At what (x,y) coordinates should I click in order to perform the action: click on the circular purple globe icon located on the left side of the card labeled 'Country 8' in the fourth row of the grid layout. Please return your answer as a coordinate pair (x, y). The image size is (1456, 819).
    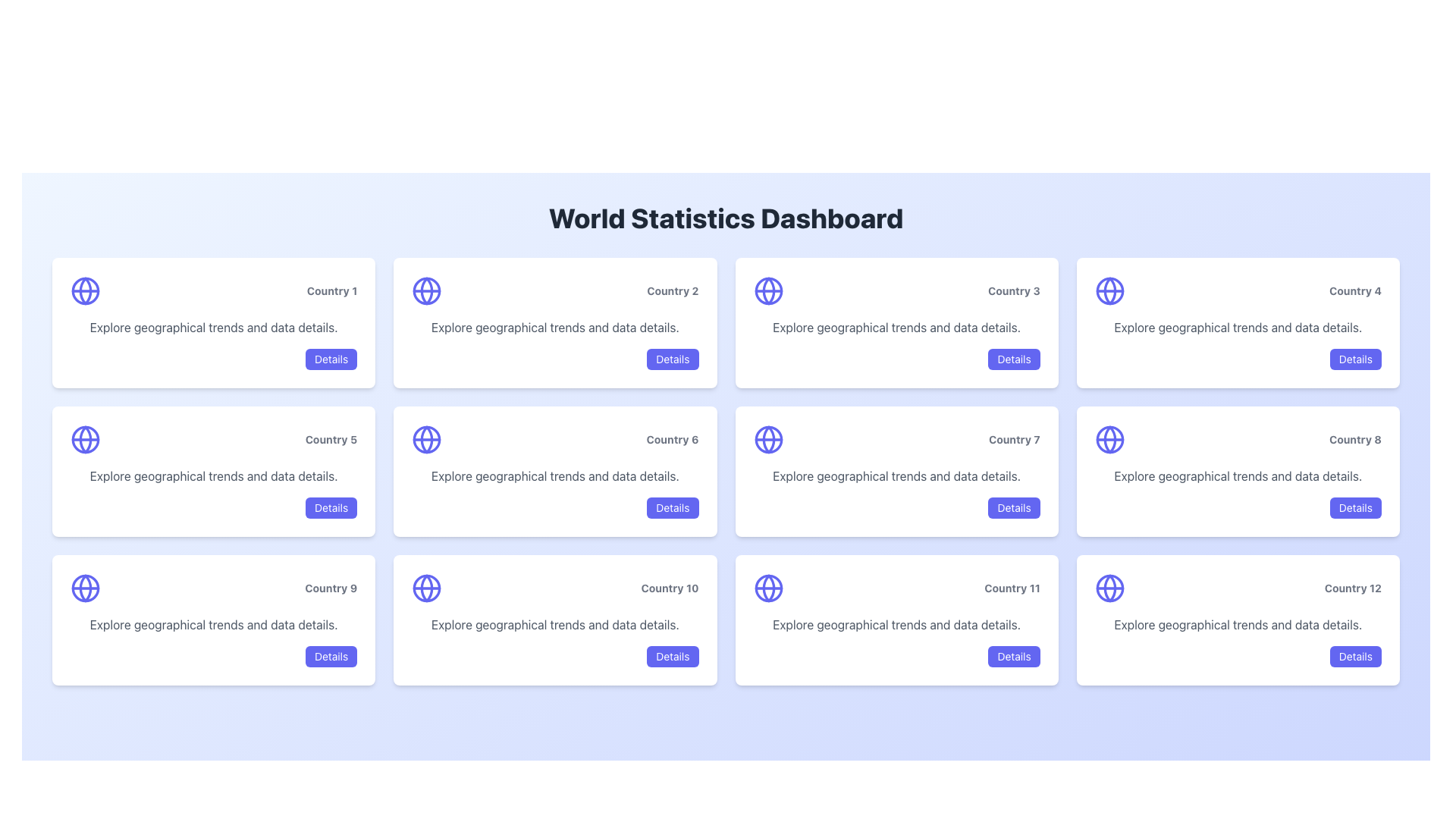
    Looking at the image, I should click on (1109, 439).